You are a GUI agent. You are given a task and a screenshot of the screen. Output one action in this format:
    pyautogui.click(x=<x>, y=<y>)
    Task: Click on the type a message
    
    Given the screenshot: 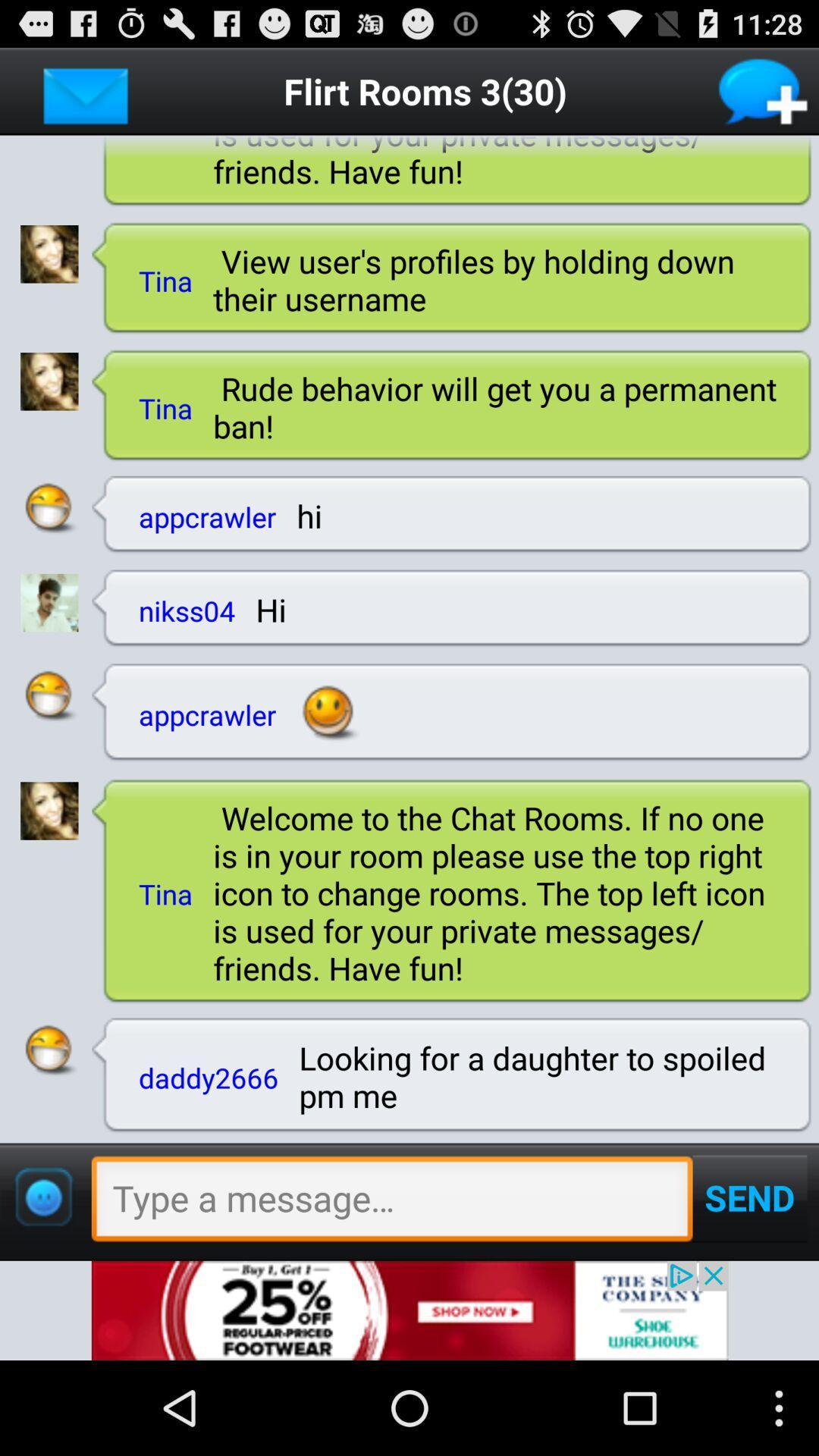 What is the action you would take?
    pyautogui.click(x=391, y=1202)
    